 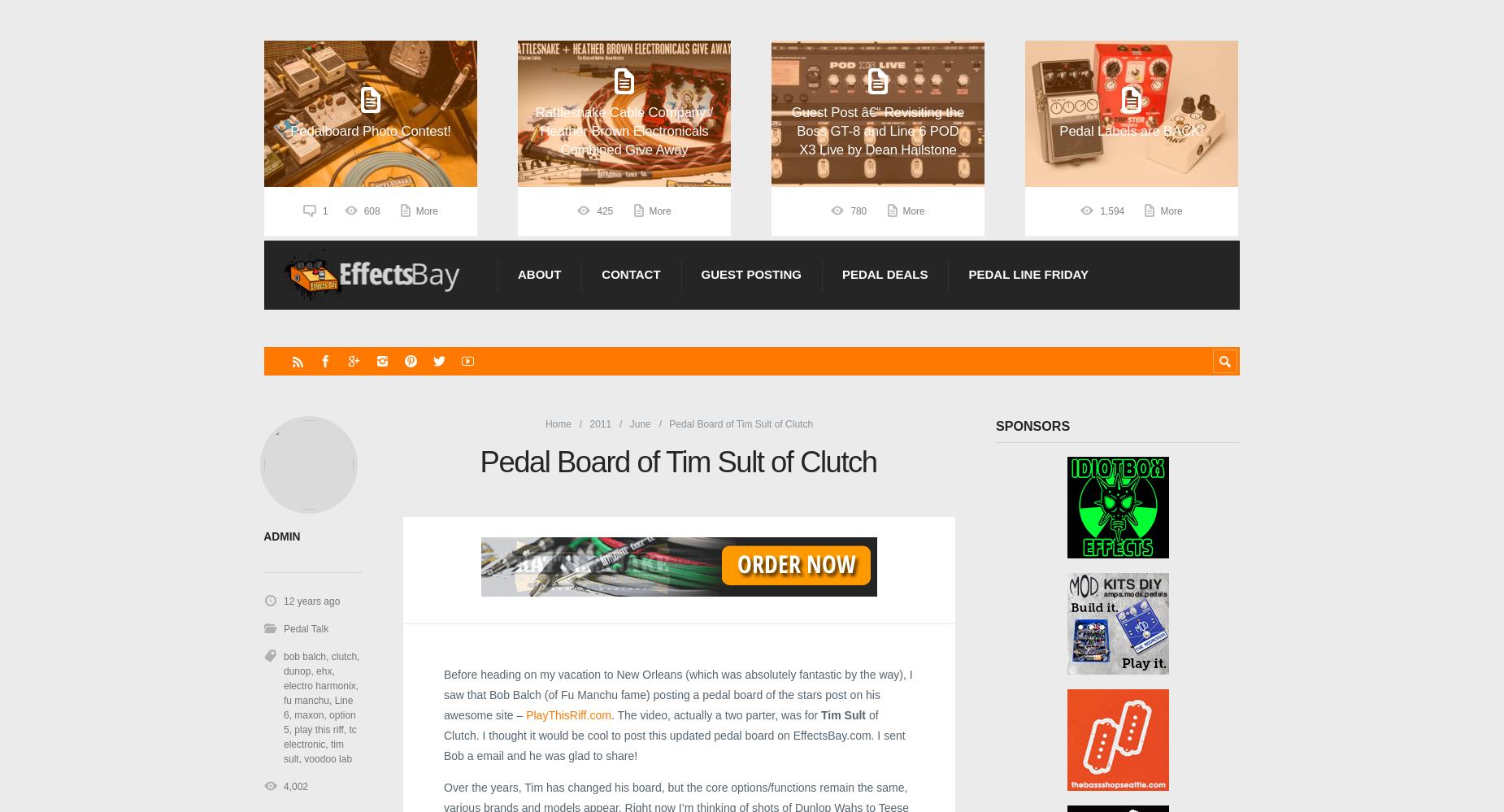 What do you see at coordinates (1111, 211) in the screenshot?
I see `'1,594'` at bounding box center [1111, 211].